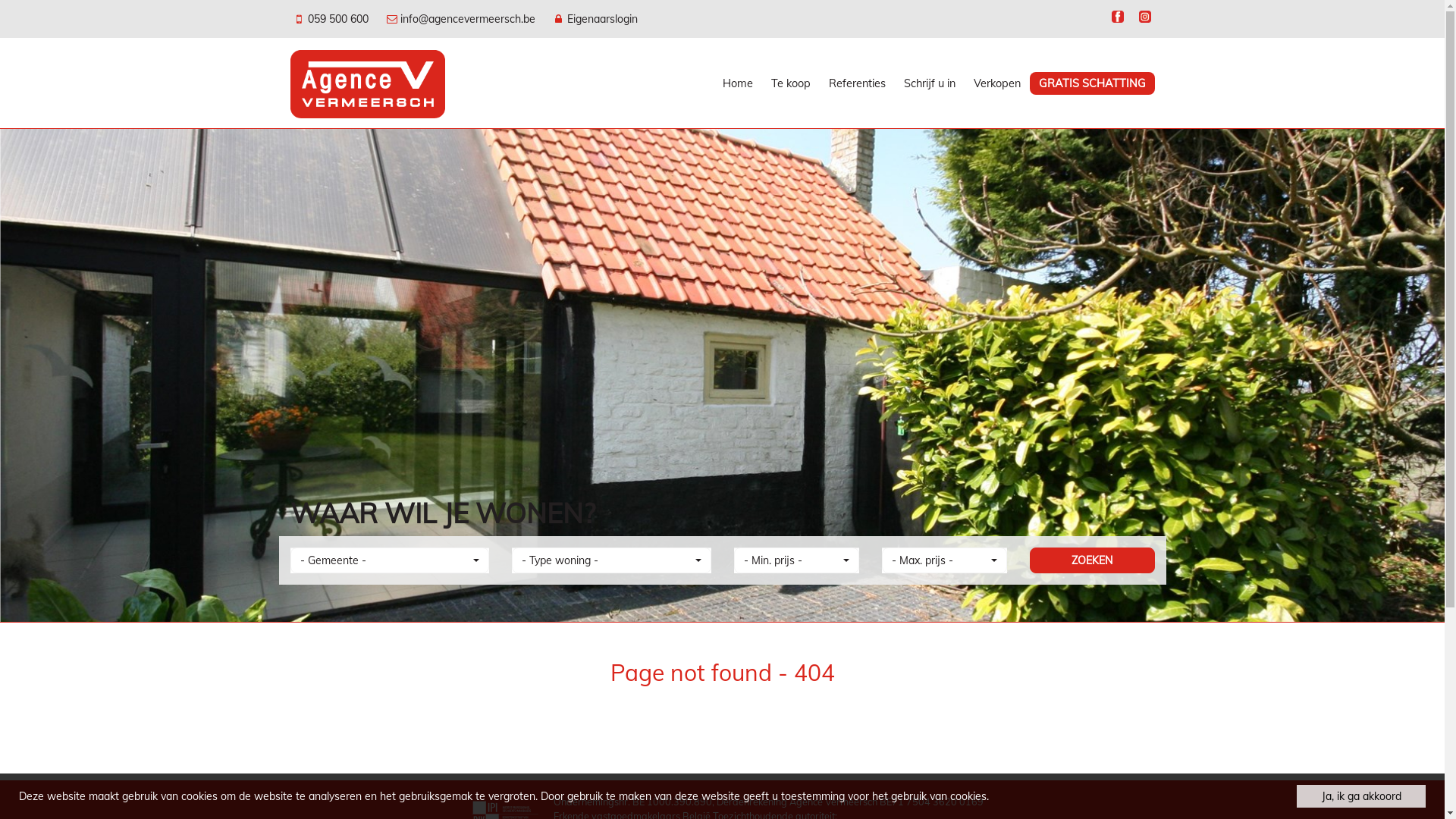 The image size is (1456, 819). What do you see at coordinates (997, 83) in the screenshot?
I see `'Verkopen'` at bounding box center [997, 83].